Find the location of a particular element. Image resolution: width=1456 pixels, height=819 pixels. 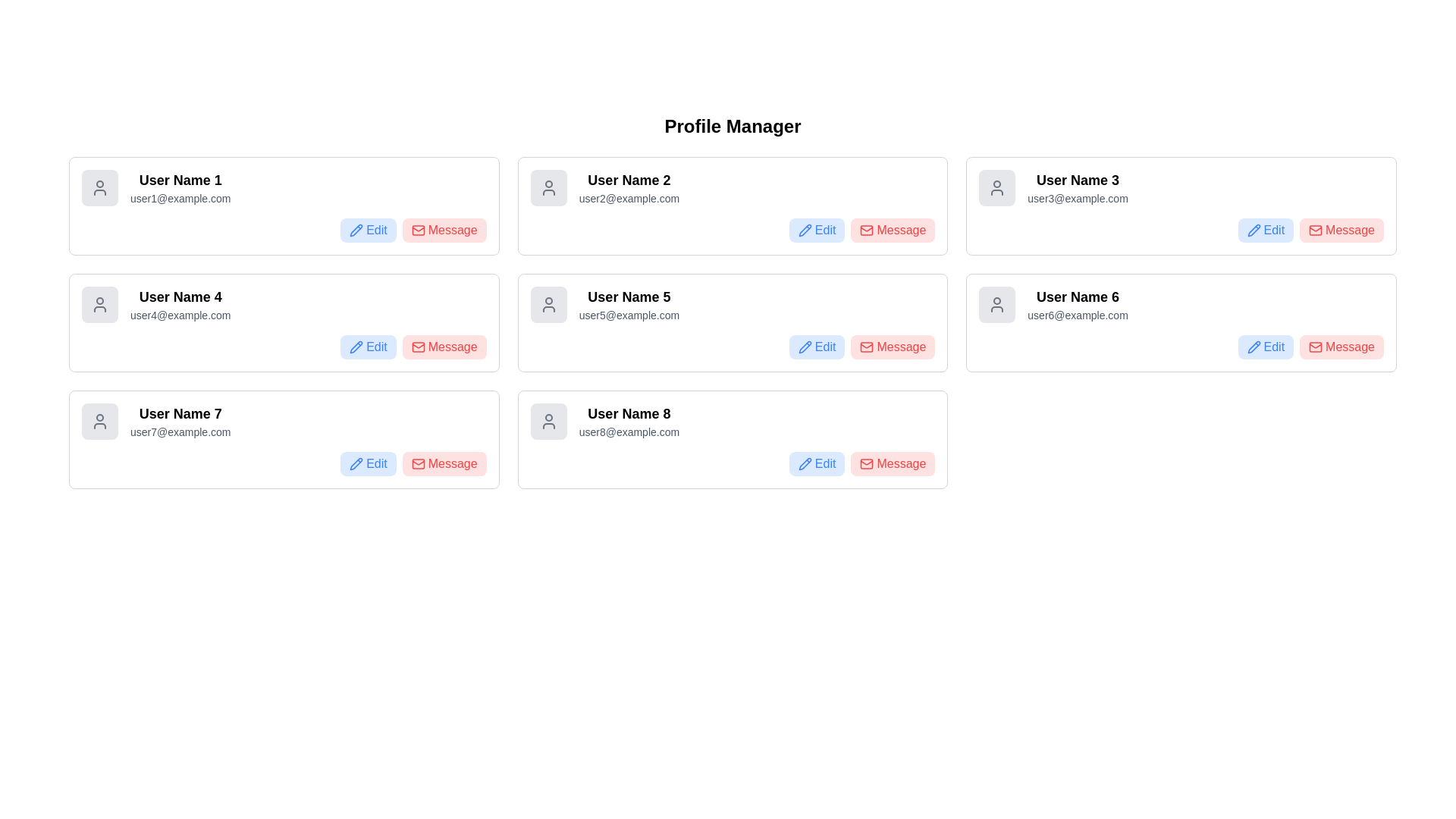

the messaging button label located to the right of the 'Edit' button in the user profile card for 'User Name 2' to initiate messaging is located at coordinates (901, 231).